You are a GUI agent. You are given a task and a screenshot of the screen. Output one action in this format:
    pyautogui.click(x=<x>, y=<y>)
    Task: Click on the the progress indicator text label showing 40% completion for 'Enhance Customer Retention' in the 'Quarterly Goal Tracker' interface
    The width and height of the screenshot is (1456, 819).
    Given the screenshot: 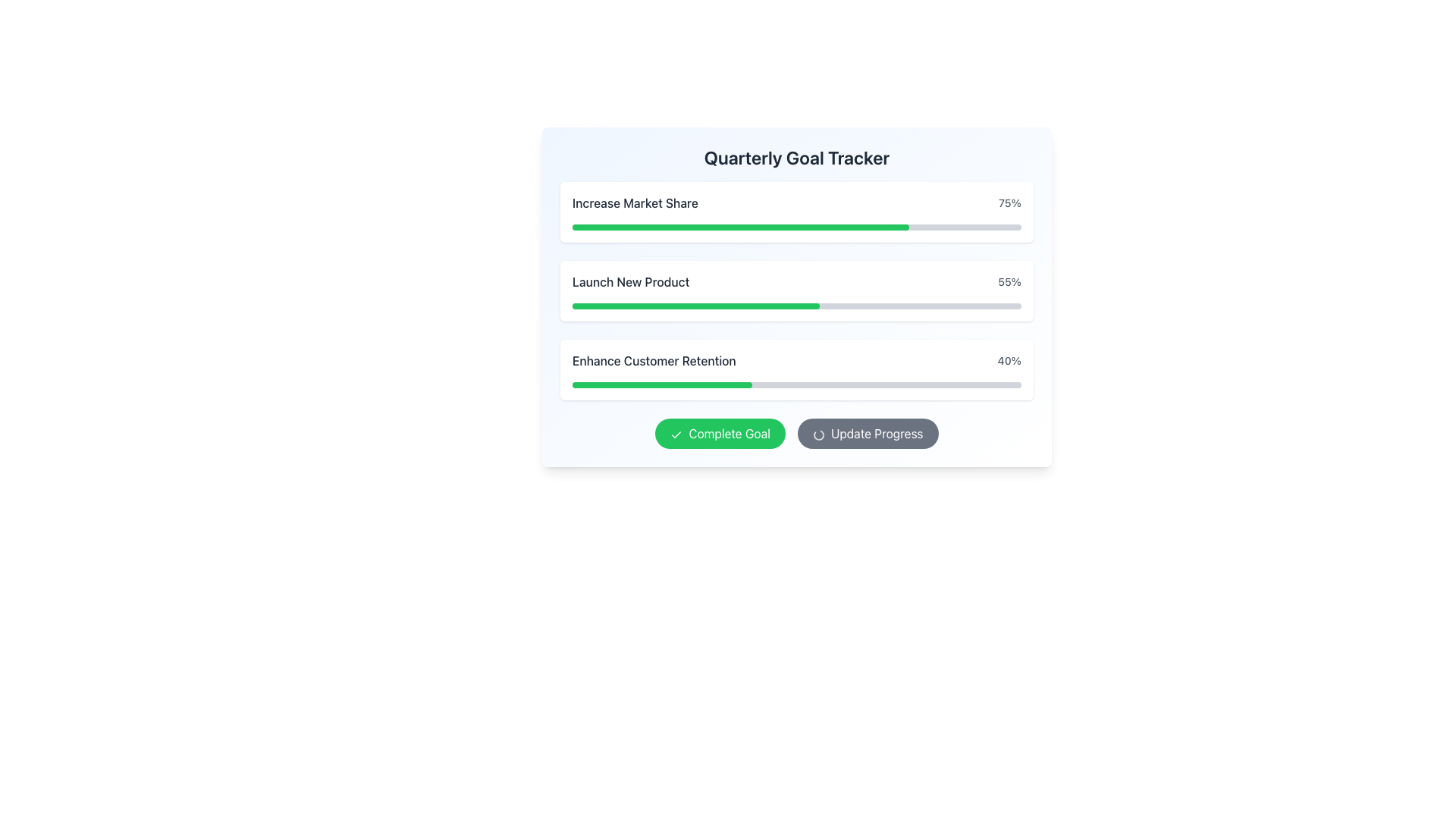 What is the action you would take?
    pyautogui.click(x=1009, y=360)
    